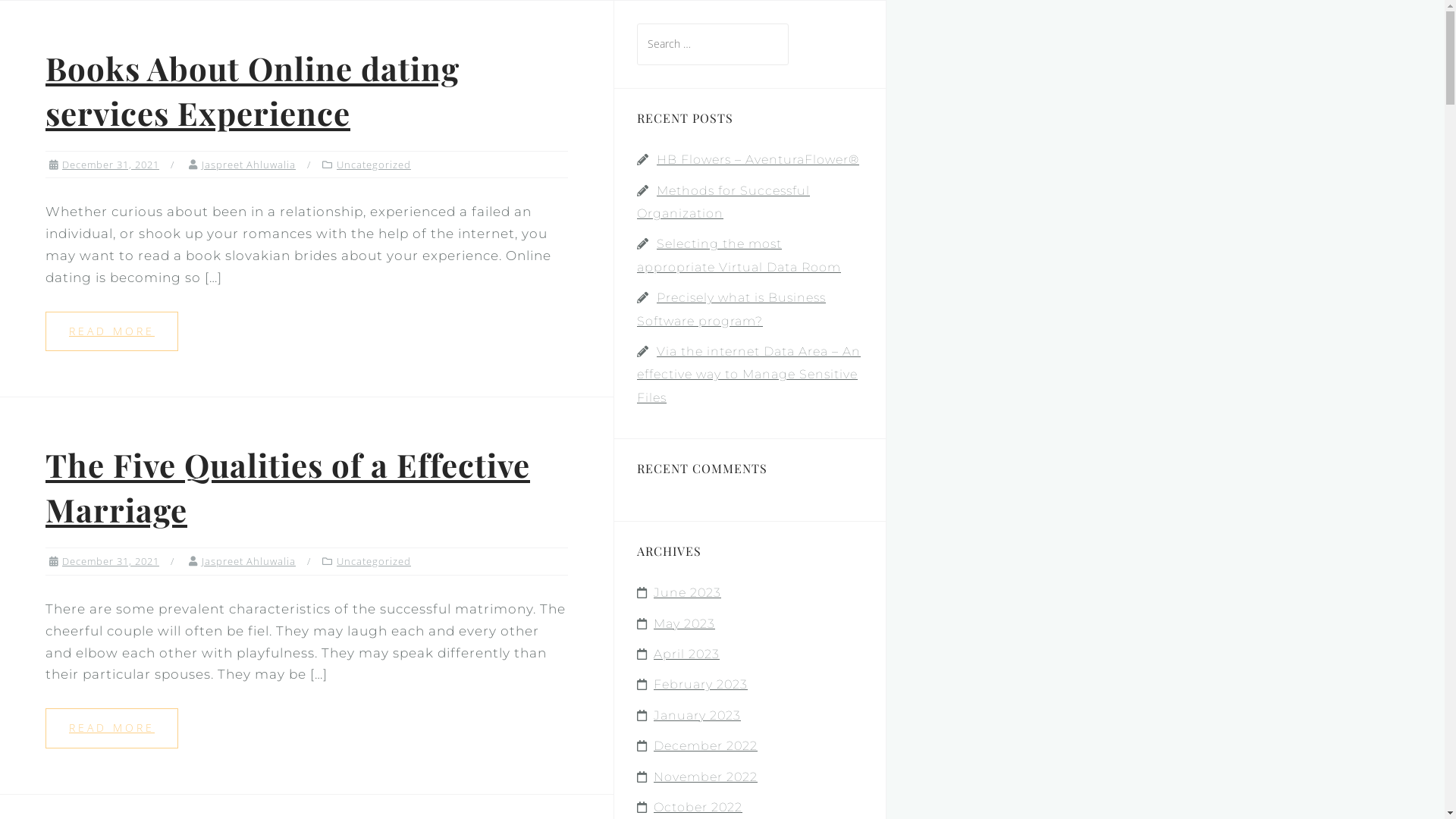  Describe the element at coordinates (374, 561) in the screenshot. I see `'Uncategorized'` at that location.